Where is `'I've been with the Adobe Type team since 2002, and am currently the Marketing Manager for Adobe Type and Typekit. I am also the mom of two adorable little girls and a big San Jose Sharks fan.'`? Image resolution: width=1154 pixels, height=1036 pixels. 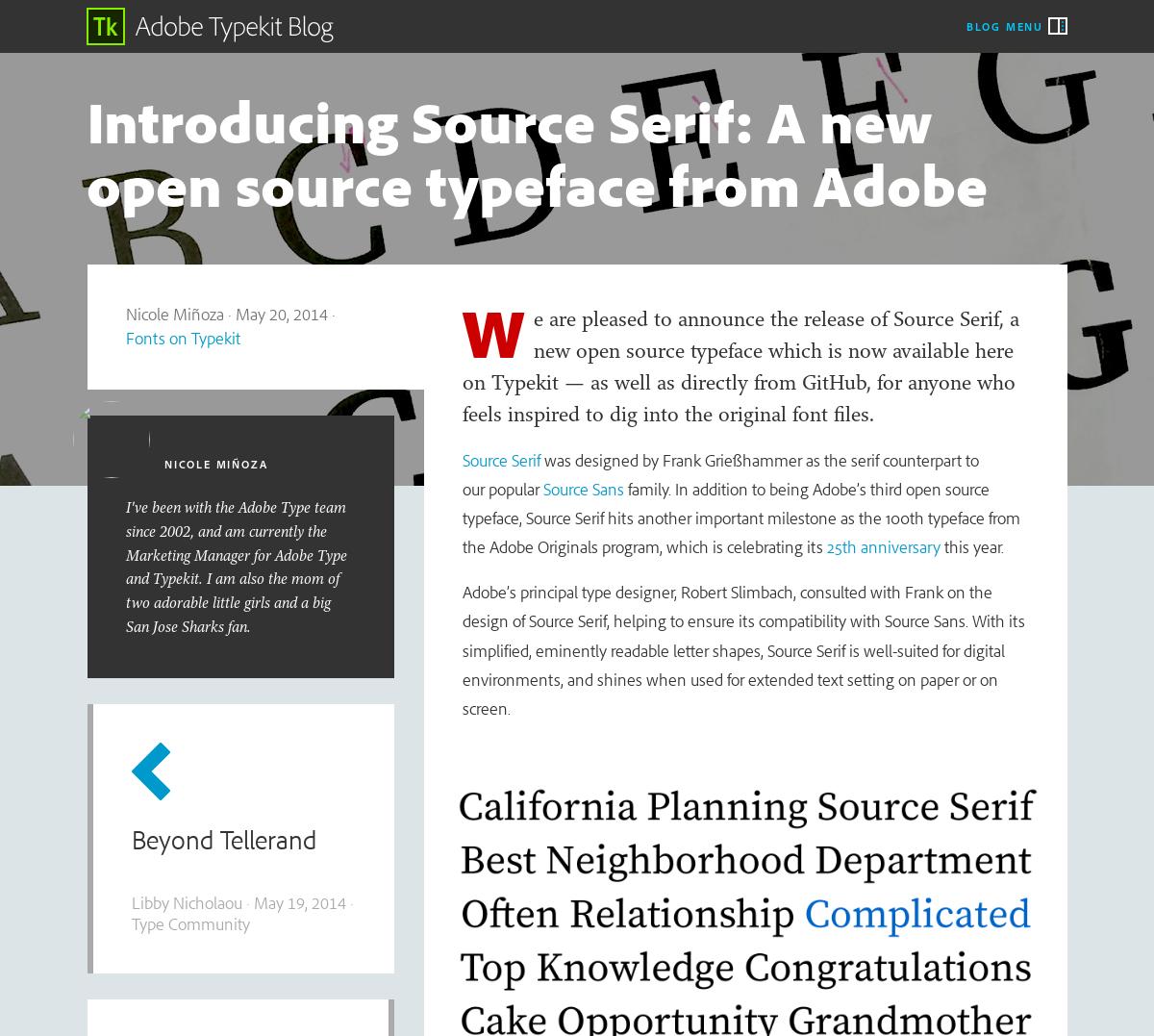
'I've been with the Adobe Type team since 2002, and am currently the Marketing Manager for Adobe Type and Typekit. I am also the mom of two adorable little girls and a big San Jose Sharks fan.' is located at coordinates (124, 566).